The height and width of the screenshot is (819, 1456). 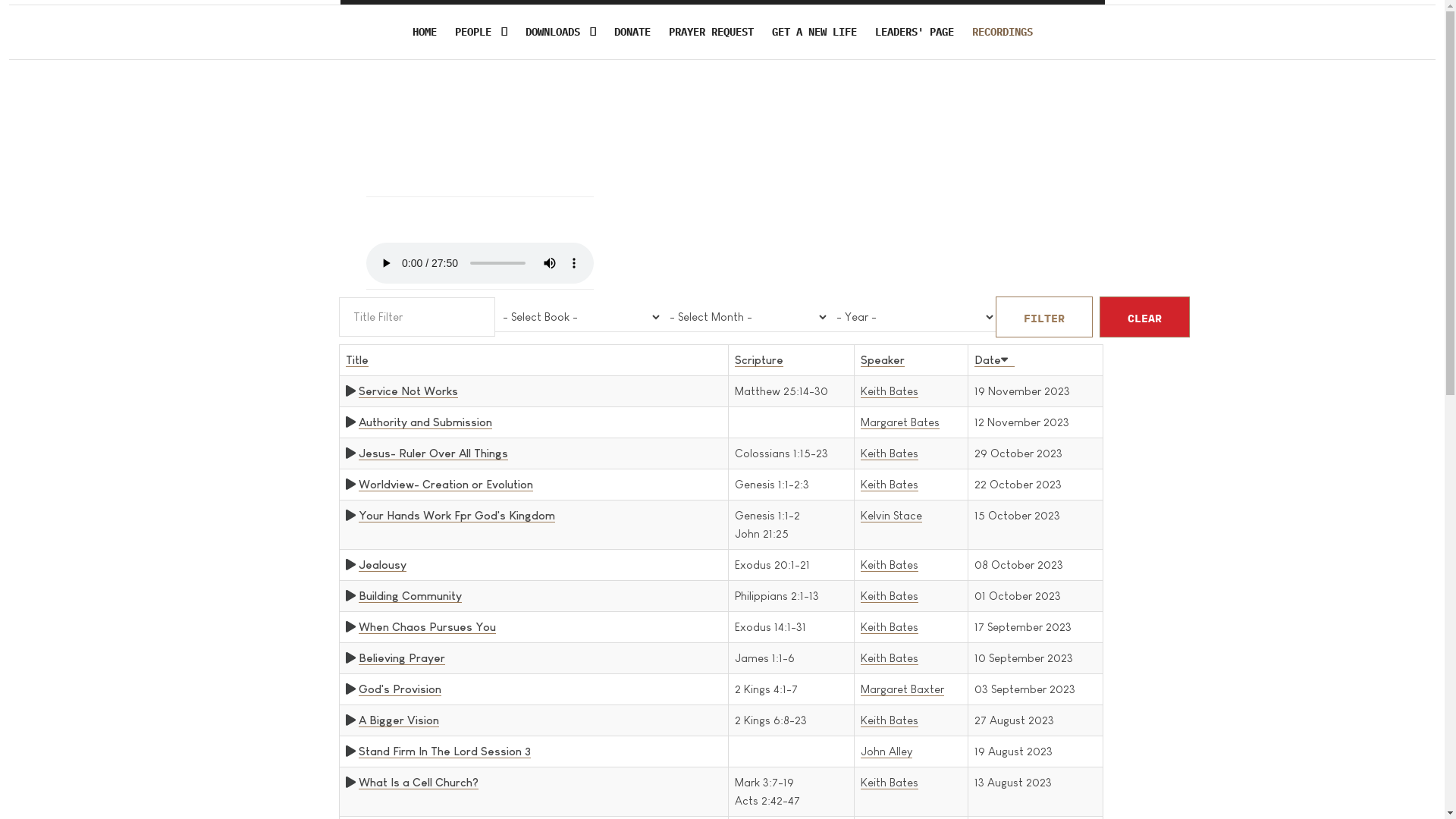 What do you see at coordinates (759, 359) in the screenshot?
I see `'Scripture'` at bounding box center [759, 359].